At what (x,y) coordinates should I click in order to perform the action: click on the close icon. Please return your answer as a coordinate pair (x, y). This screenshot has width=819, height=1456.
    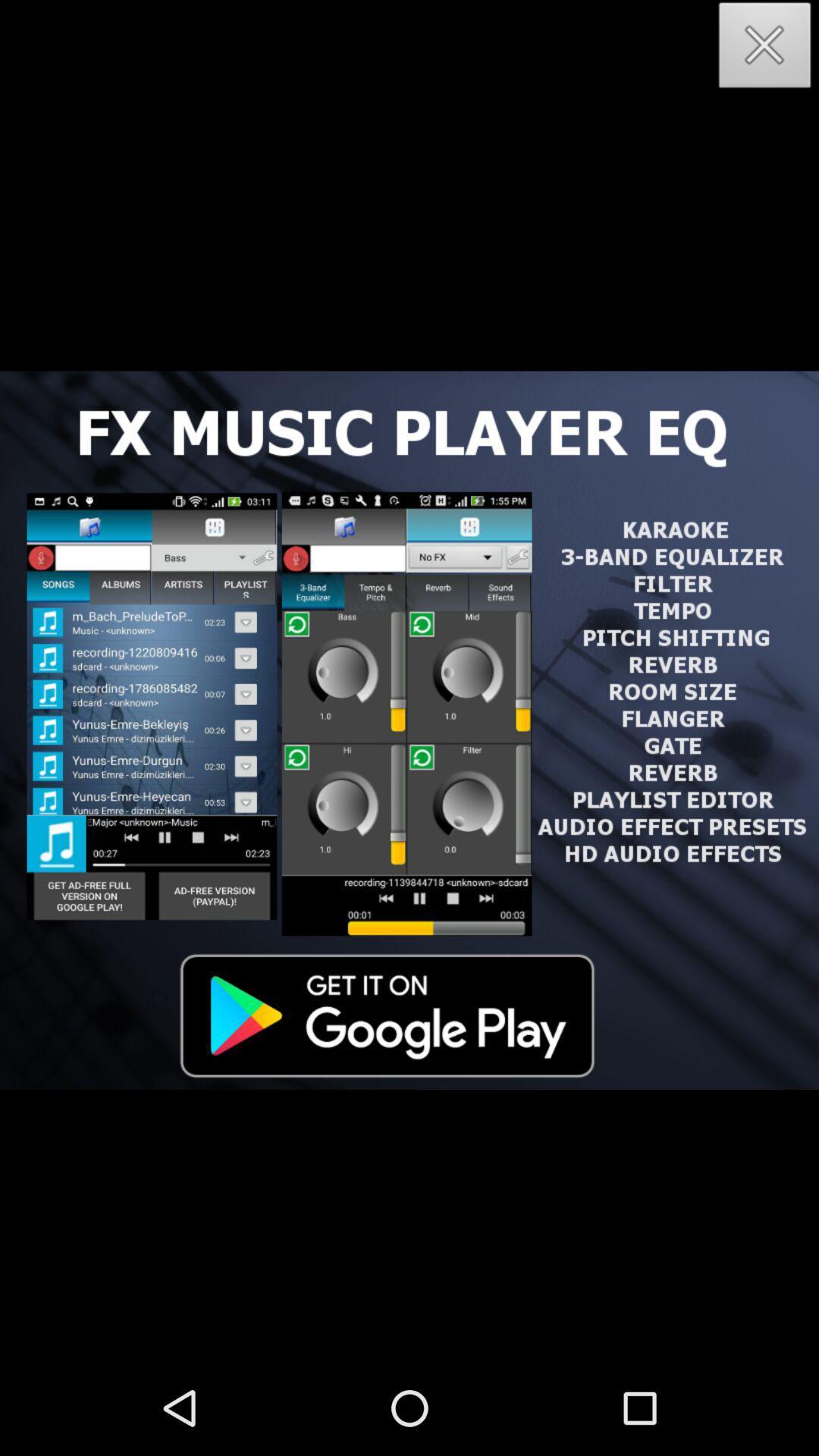
    Looking at the image, I should click on (765, 53).